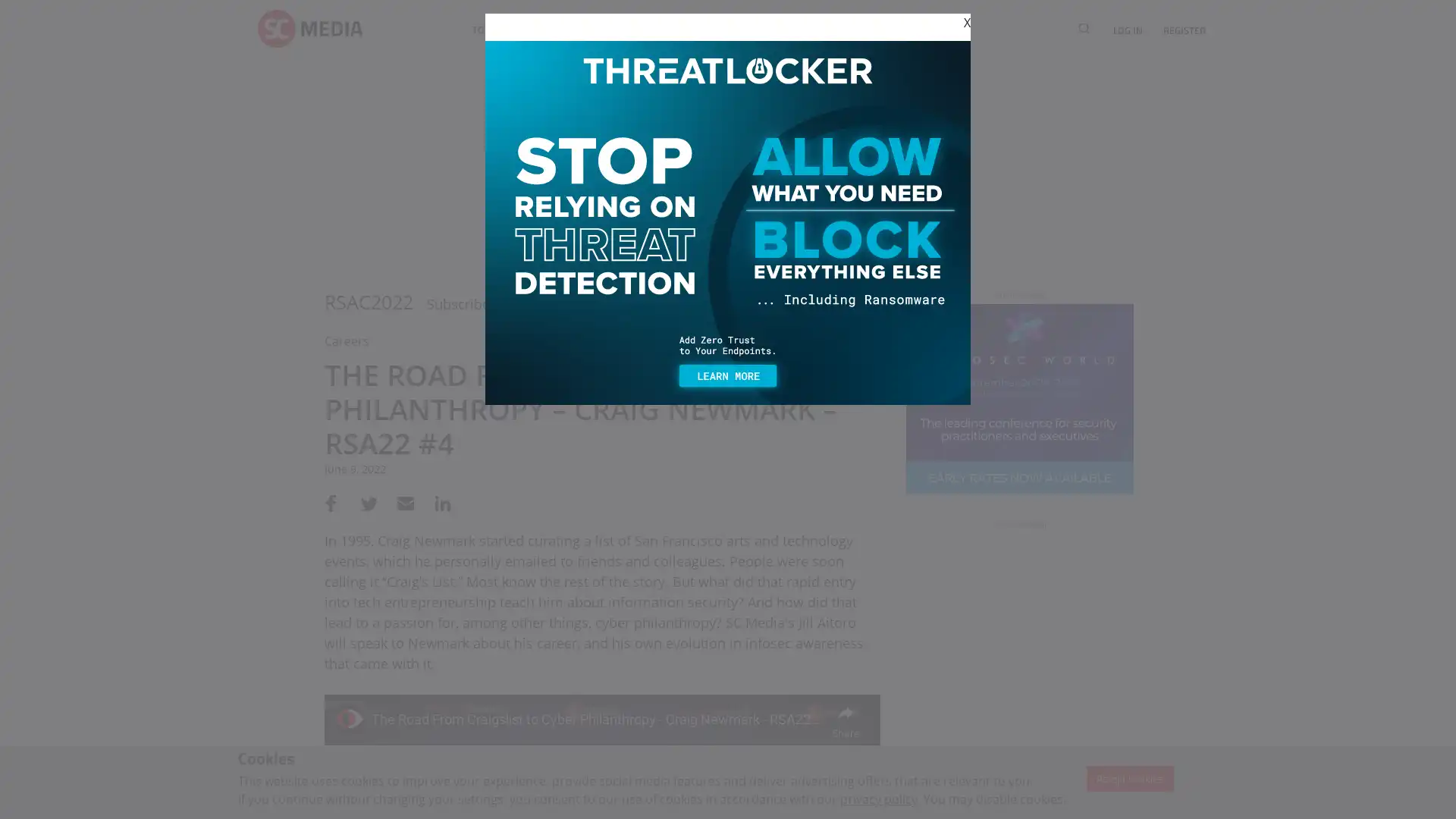 Image resolution: width=1456 pixels, height=819 pixels. I want to click on Share to LinkedIn, so click(435, 503).